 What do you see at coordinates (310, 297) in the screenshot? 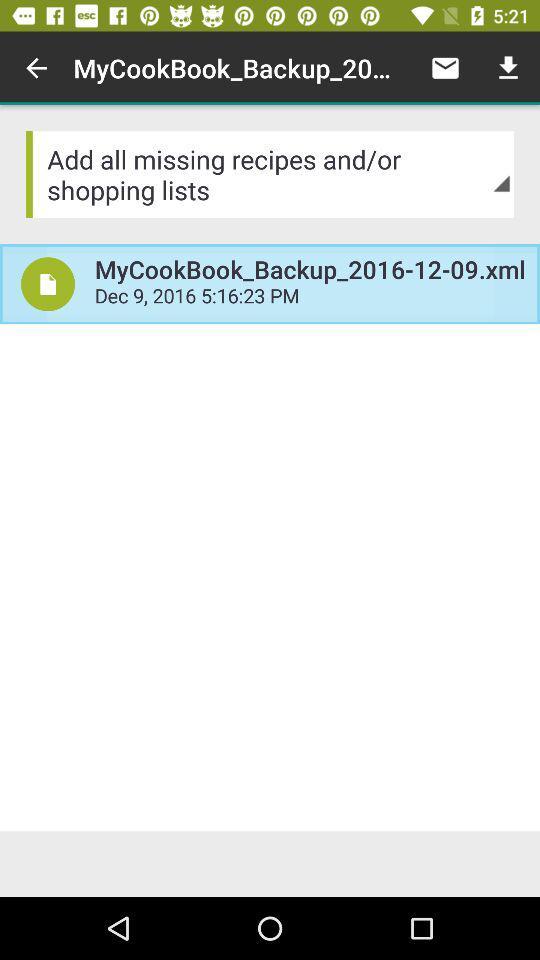
I see `dec 9 2016 icon` at bounding box center [310, 297].